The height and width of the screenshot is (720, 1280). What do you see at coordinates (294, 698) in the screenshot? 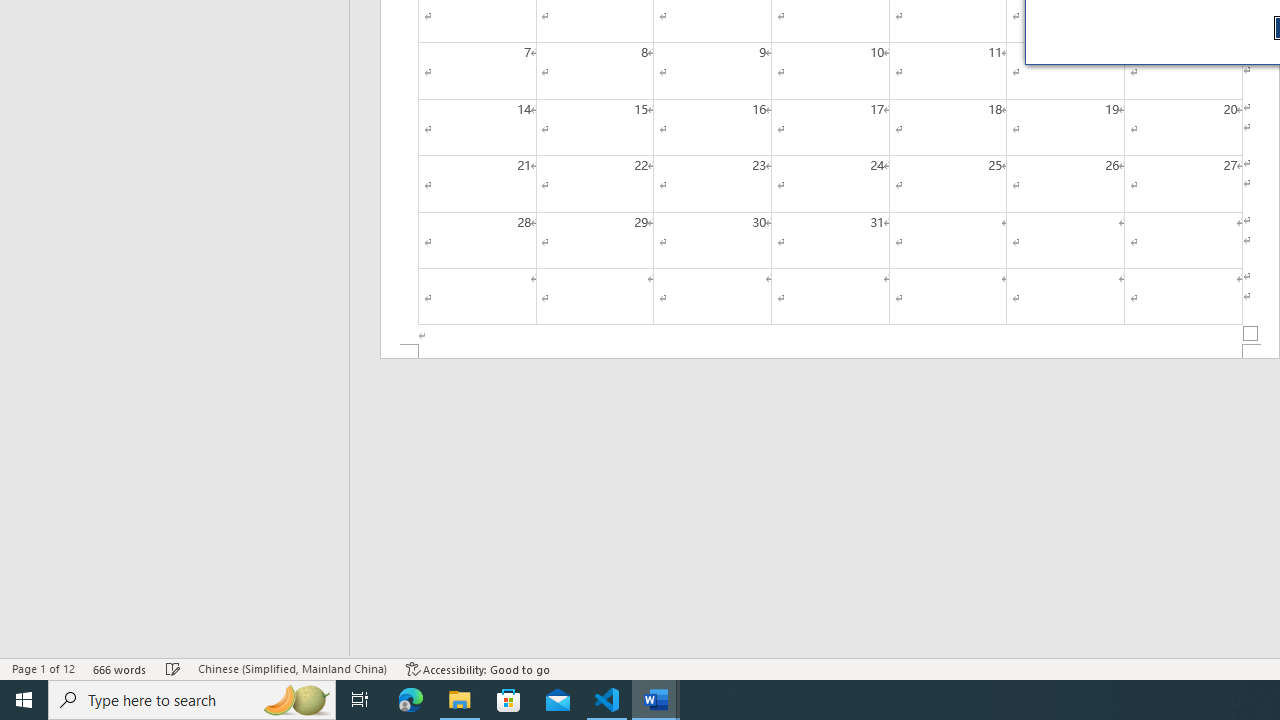
I see `'Search highlights icon opens search home window'` at bounding box center [294, 698].